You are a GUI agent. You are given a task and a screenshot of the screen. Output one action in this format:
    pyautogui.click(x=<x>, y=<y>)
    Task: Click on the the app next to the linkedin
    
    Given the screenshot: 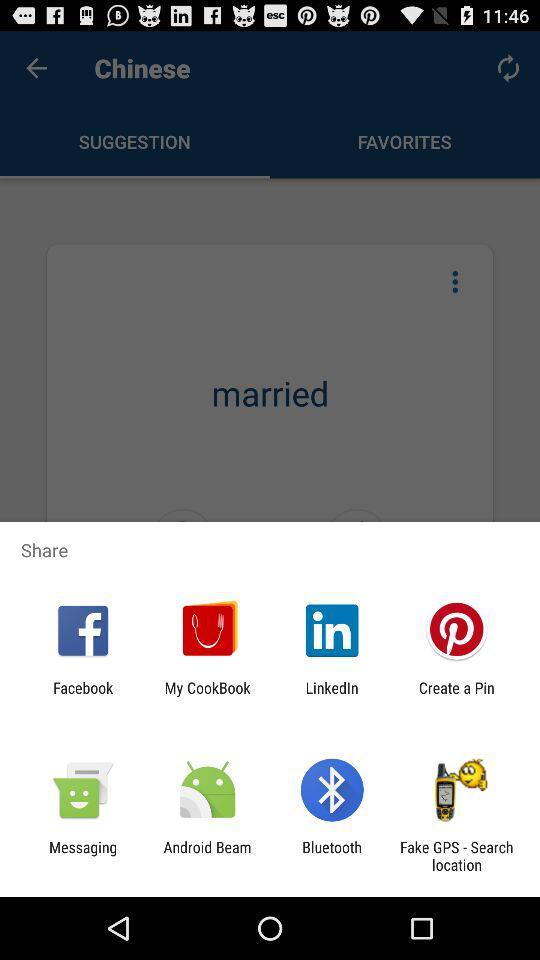 What is the action you would take?
    pyautogui.click(x=206, y=696)
    